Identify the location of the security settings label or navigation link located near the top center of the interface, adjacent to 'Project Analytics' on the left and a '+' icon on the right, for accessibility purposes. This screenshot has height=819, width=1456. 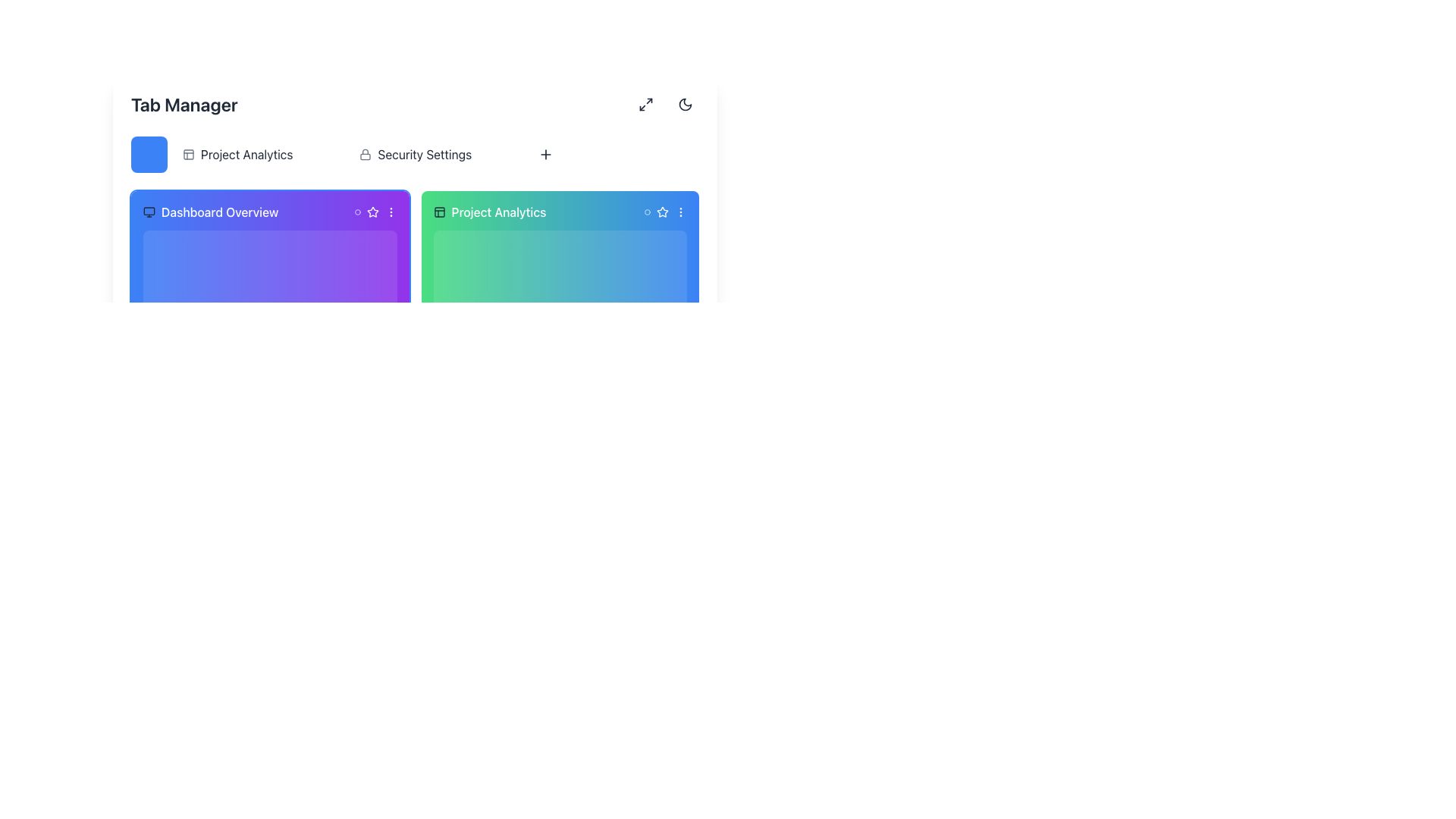
(416, 155).